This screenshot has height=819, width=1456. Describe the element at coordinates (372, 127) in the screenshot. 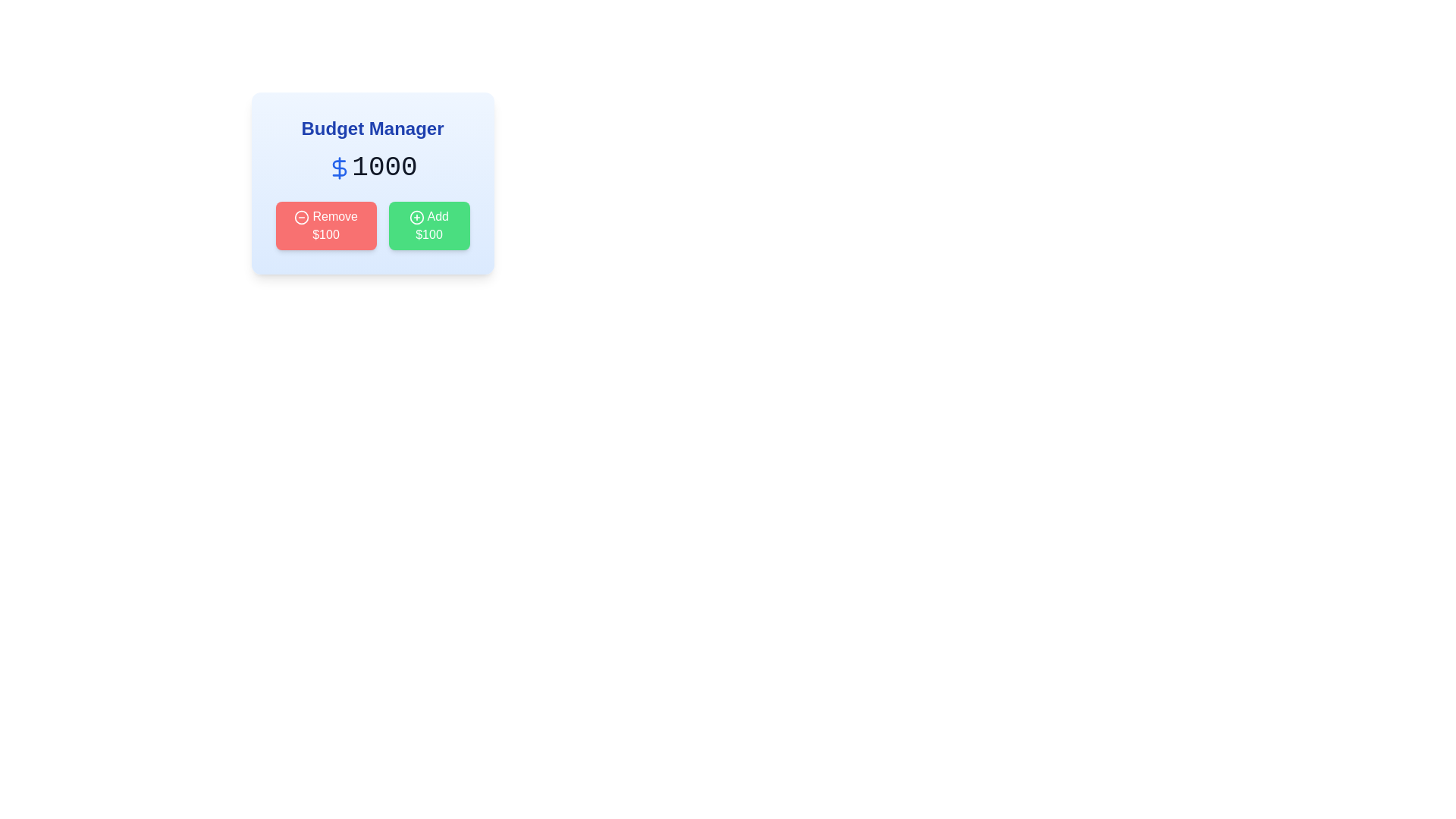

I see `text label that serves as the title or heading for the card component, located at the center top of the card` at that location.